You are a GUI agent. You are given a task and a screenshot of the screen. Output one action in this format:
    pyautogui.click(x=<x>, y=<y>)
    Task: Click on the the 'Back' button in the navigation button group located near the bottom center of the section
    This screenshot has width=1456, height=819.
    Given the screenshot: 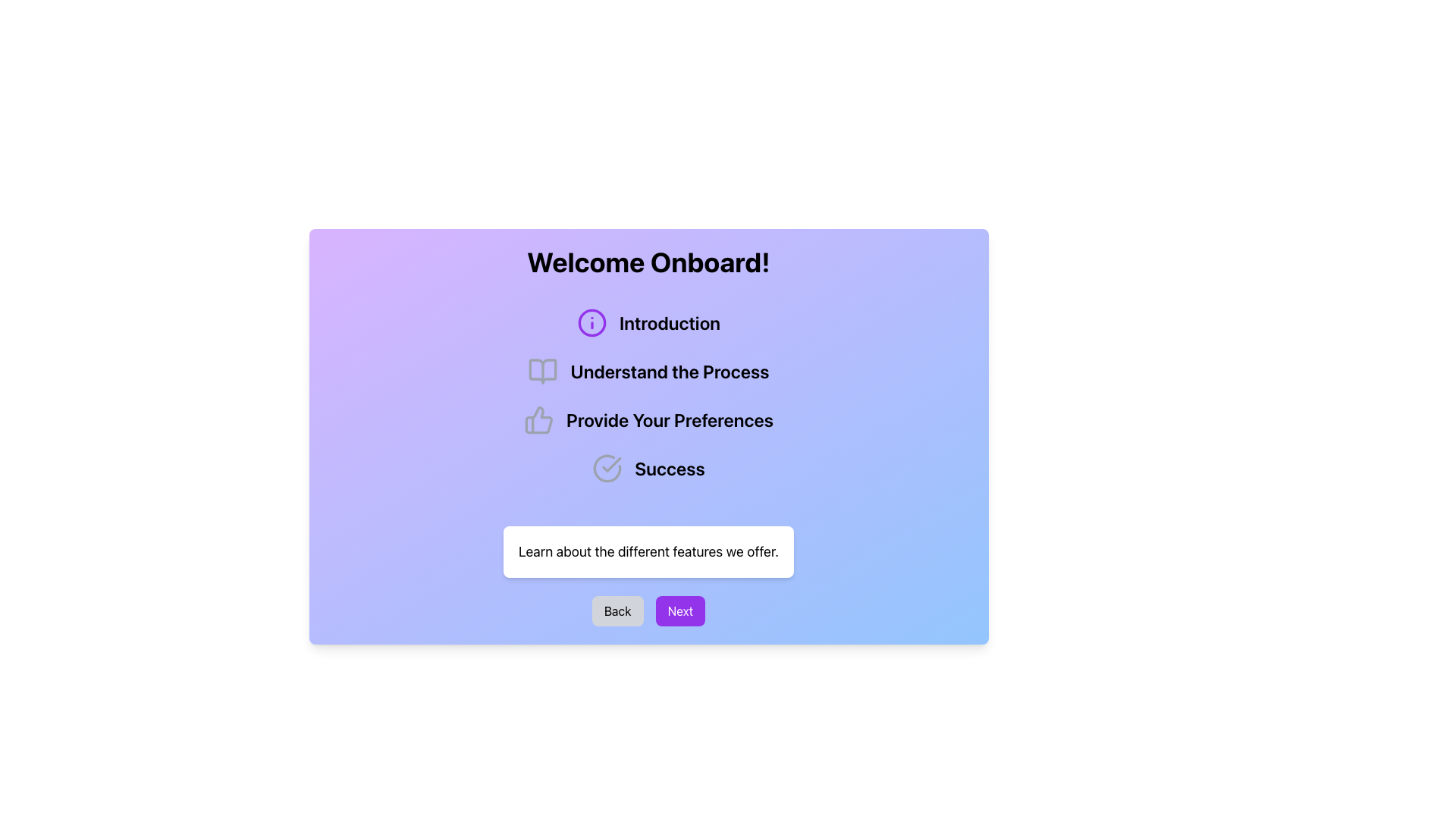 What is the action you would take?
    pyautogui.click(x=648, y=610)
    